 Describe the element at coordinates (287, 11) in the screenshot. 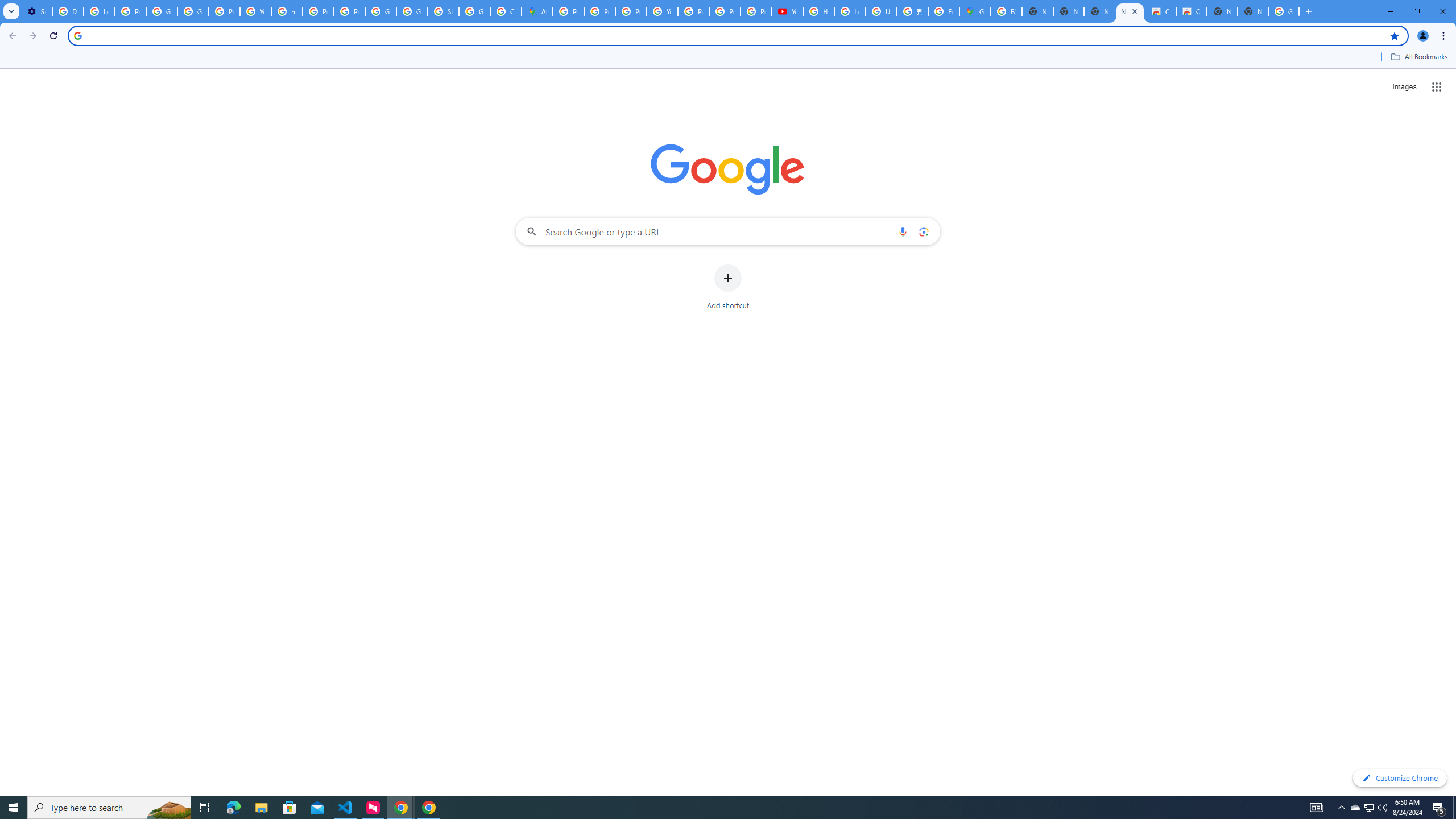

I see `'https://scholar.google.com/'` at that location.